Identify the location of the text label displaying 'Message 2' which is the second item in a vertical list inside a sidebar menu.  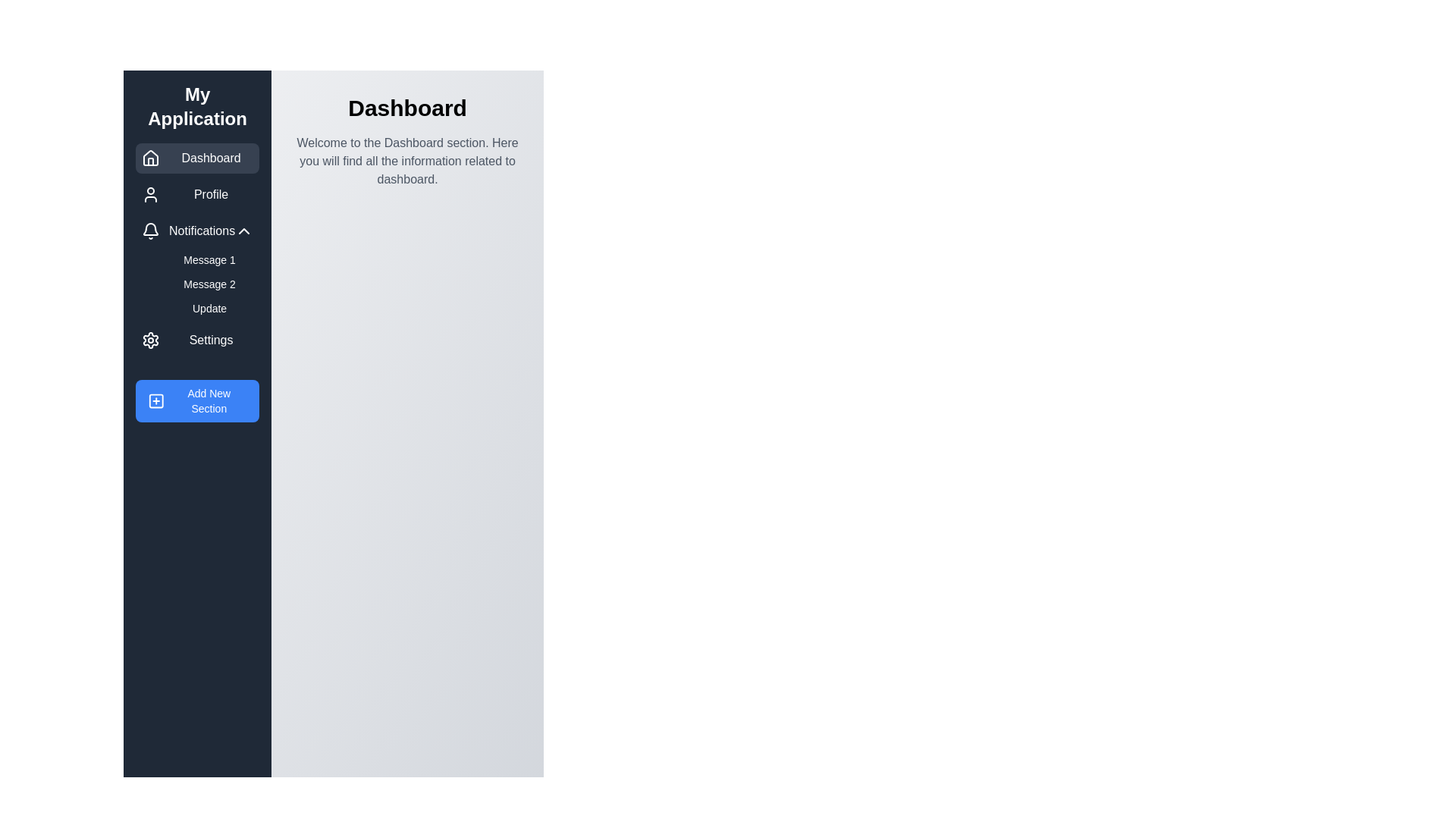
(209, 284).